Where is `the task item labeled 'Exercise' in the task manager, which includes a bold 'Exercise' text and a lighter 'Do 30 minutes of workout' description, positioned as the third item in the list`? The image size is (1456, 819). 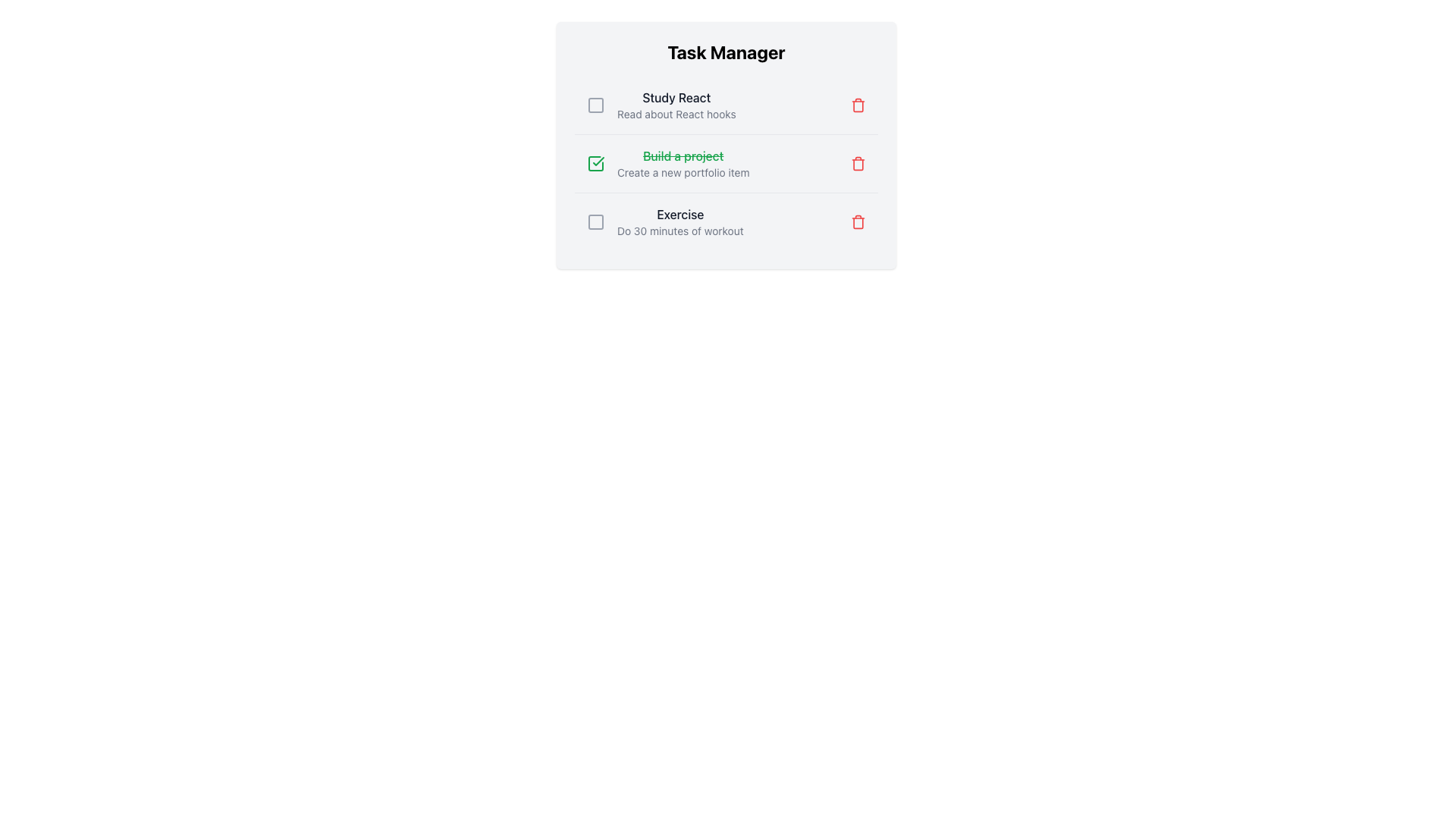 the task item labeled 'Exercise' in the task manager, which includes a bold 'Exercise' text and a lighter 'Do 30 minutes of workout' description, positioned as the third item in the list is located at coordinates (665, 222).